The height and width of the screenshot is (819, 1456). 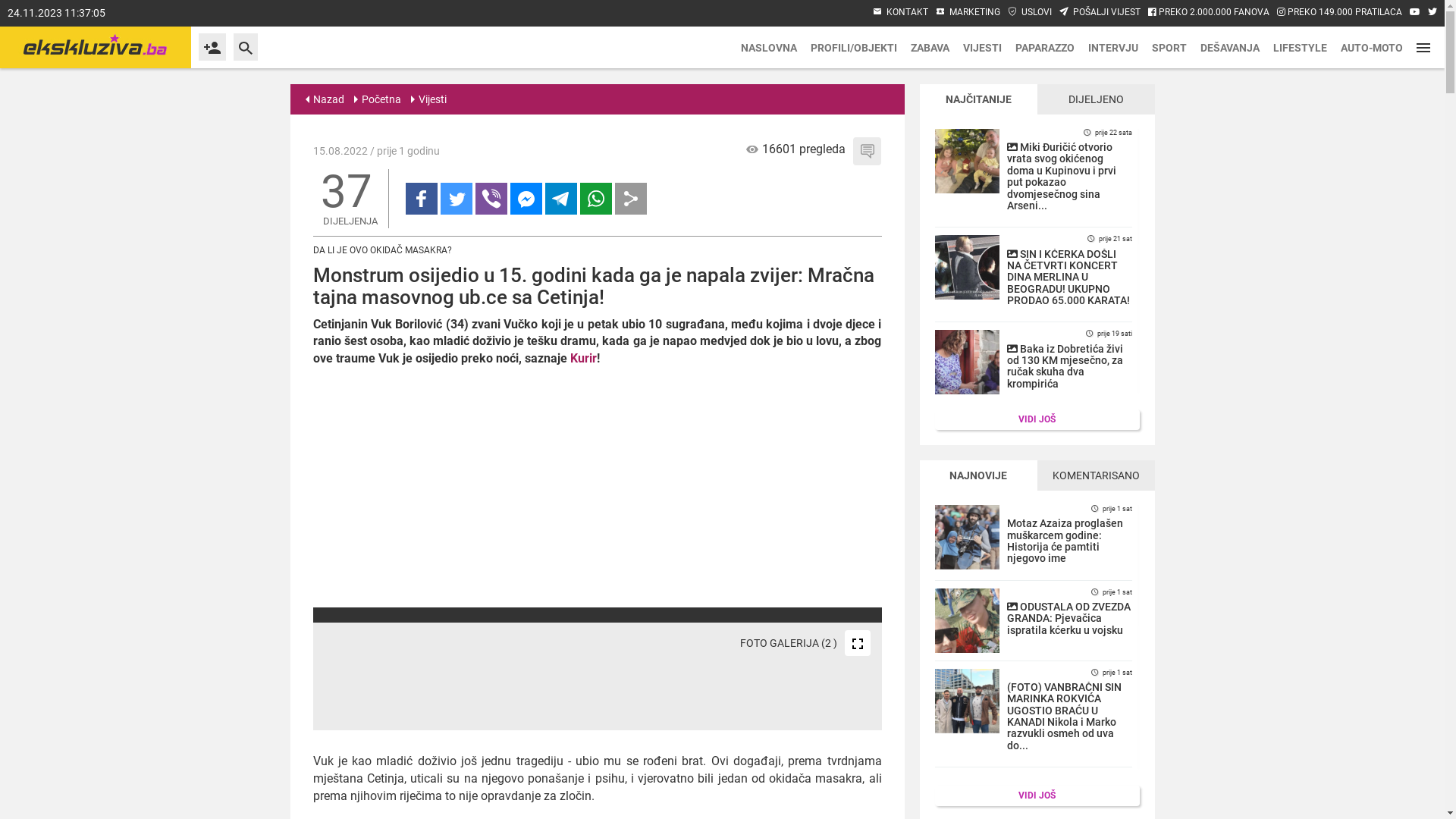 What do you see at coordinates (982, 46) in the screenshot?
I see `'VIJESTI'` at bounding box center [982, 46].